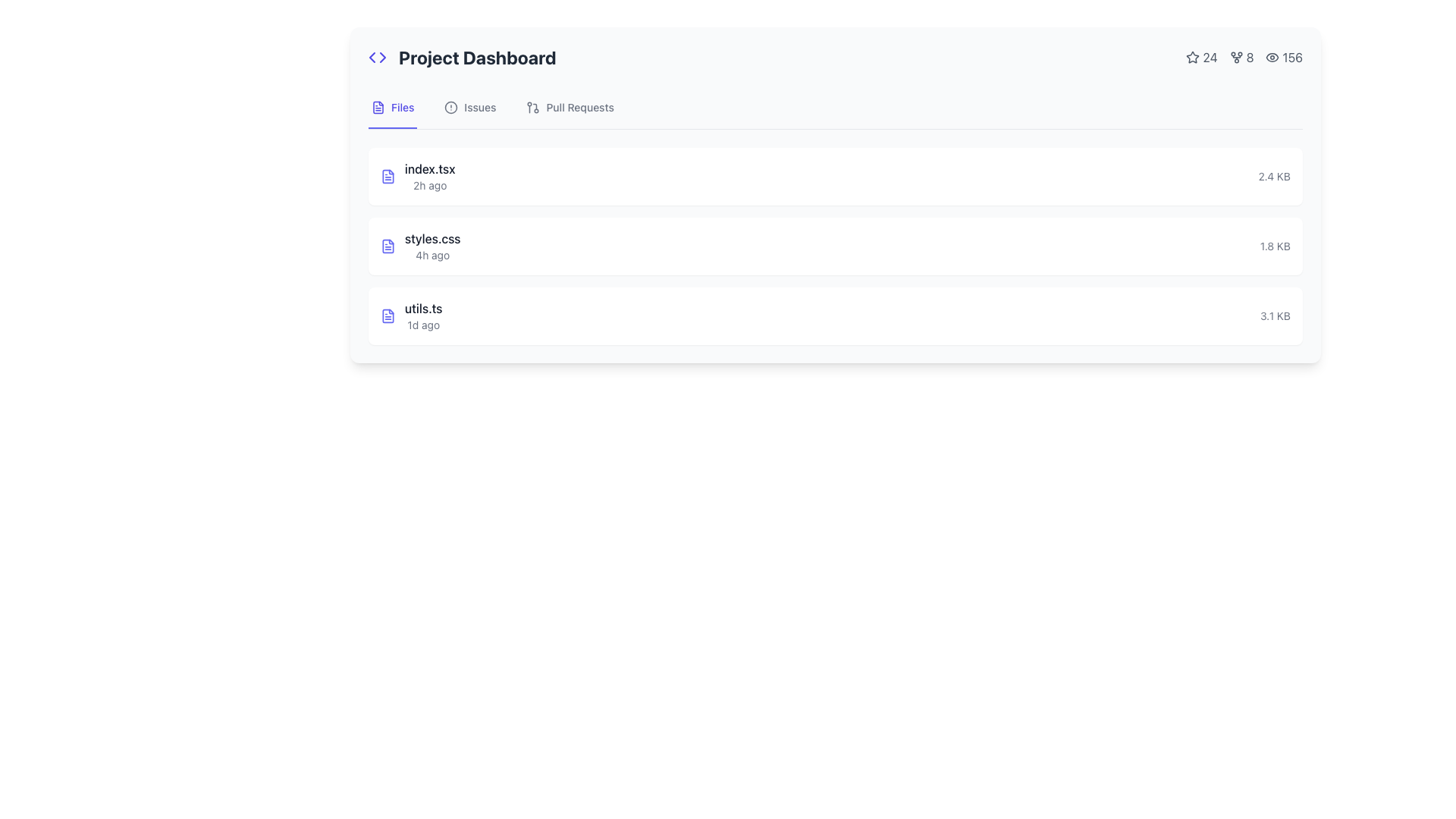 The height and width of the screenshot is (819, 1456). I want to click on the first navigation link under the 'Project Dashboard' title, so click(393, 107).